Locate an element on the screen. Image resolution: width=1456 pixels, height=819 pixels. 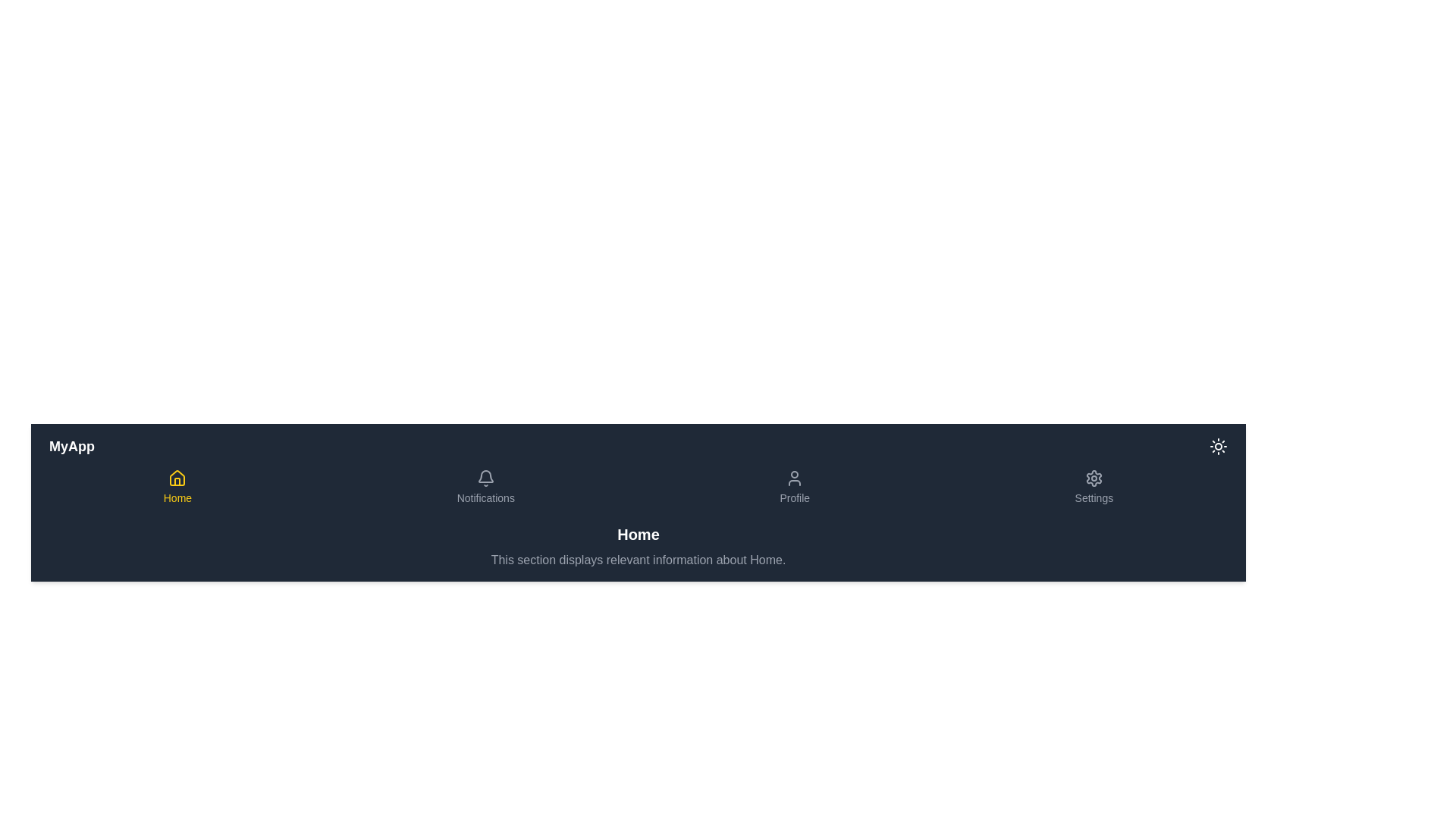
the dark mode button to toggle the dark mode state is located at coordinates (1219, 446).